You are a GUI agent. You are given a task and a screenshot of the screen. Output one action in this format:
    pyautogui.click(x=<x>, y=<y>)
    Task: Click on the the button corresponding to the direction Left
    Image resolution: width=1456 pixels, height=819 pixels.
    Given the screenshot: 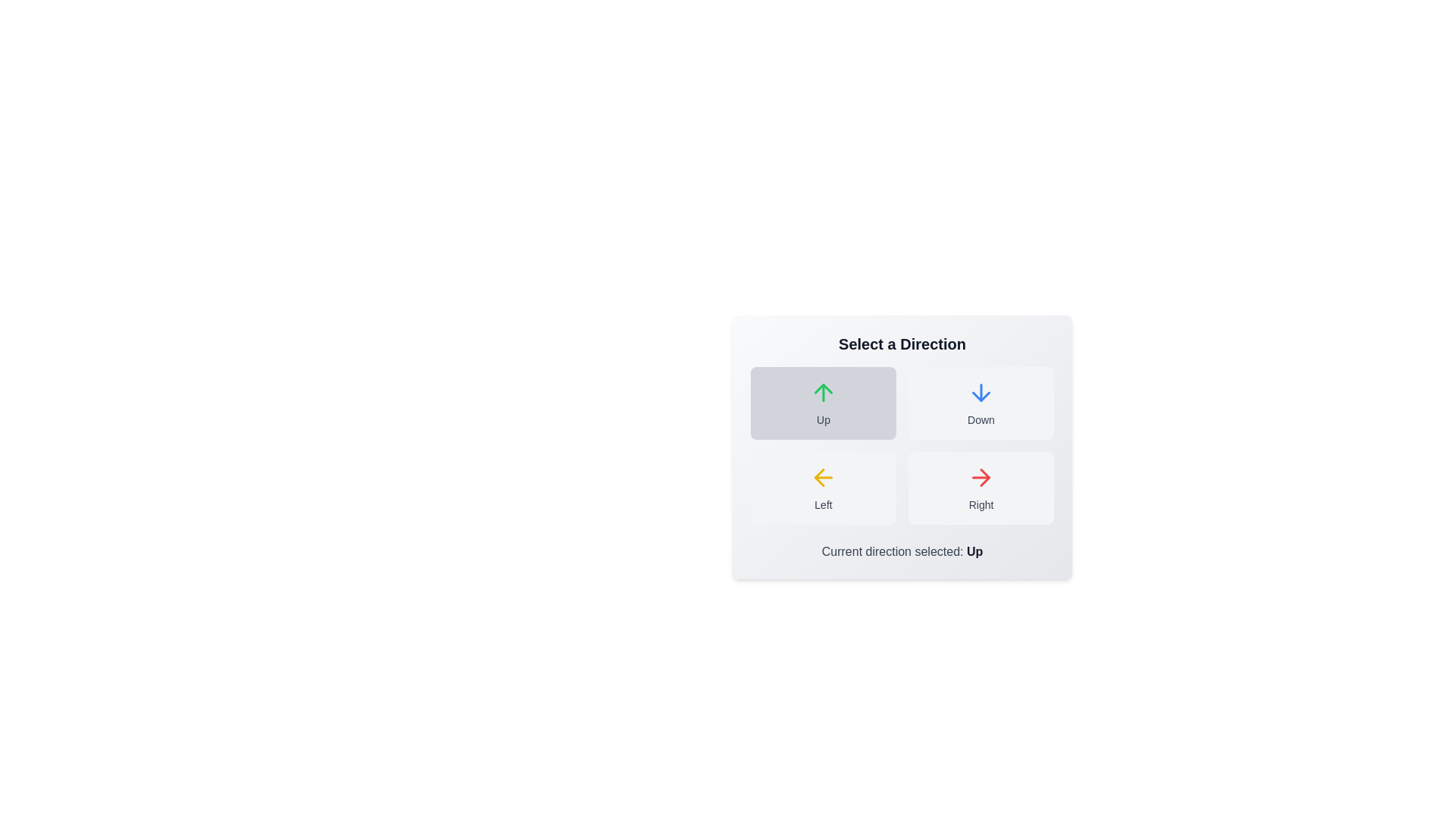 What is the action you would take?
    pyautogui.click(x=822, y=488)
    